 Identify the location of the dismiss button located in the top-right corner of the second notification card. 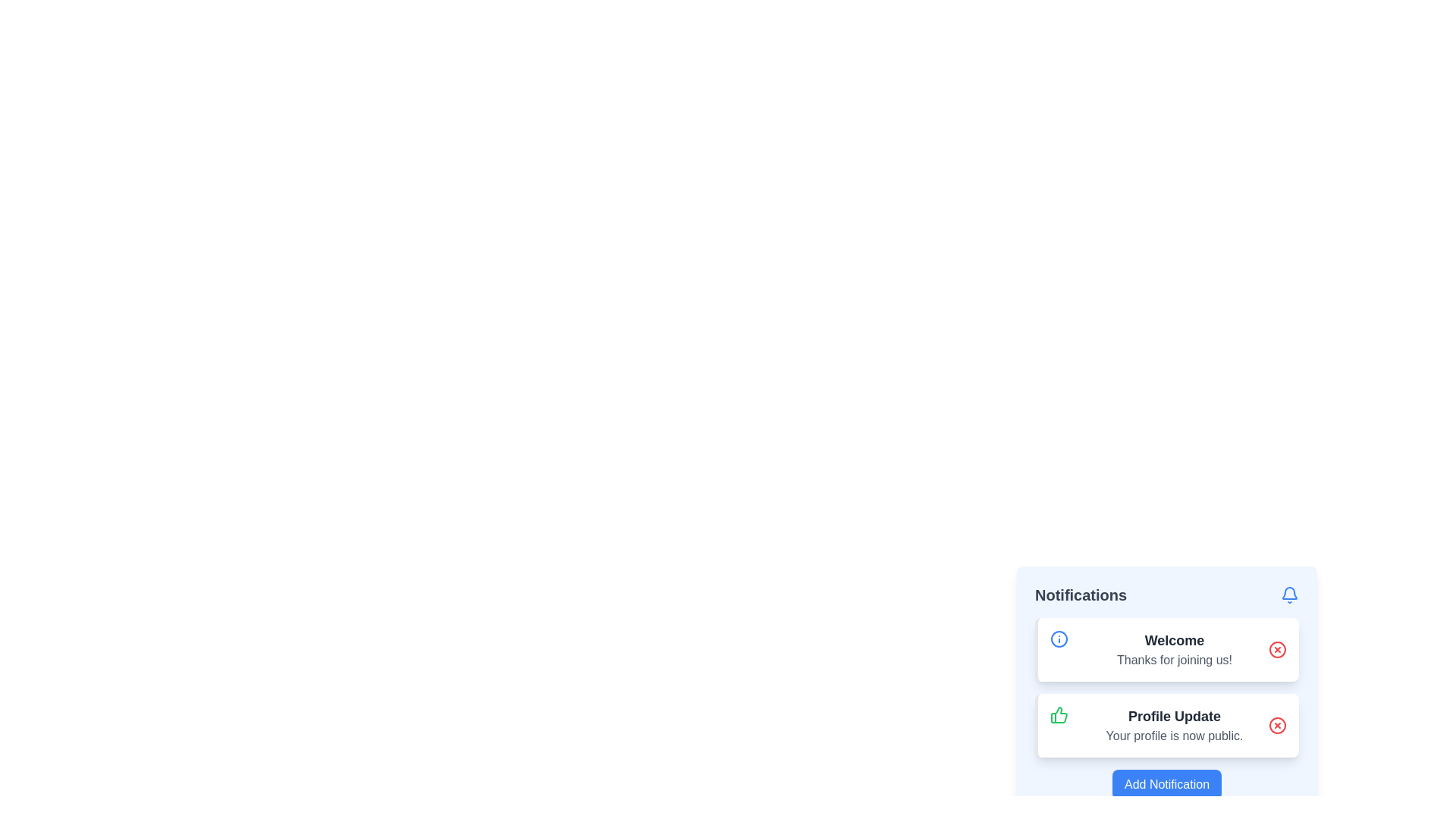
(1276, 724).